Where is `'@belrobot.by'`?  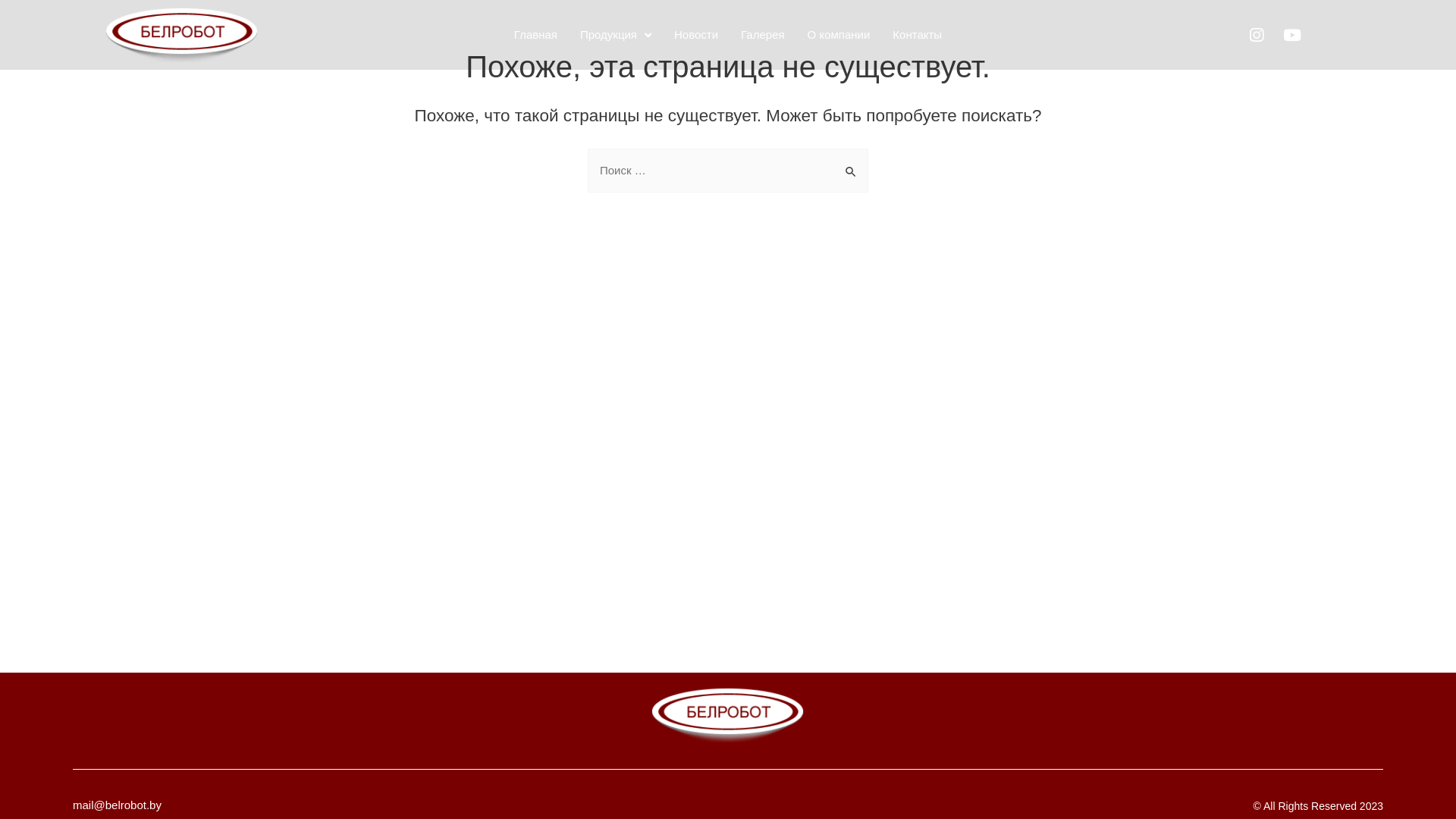
'@belrobot.by' is located at coordinates (127, 804).